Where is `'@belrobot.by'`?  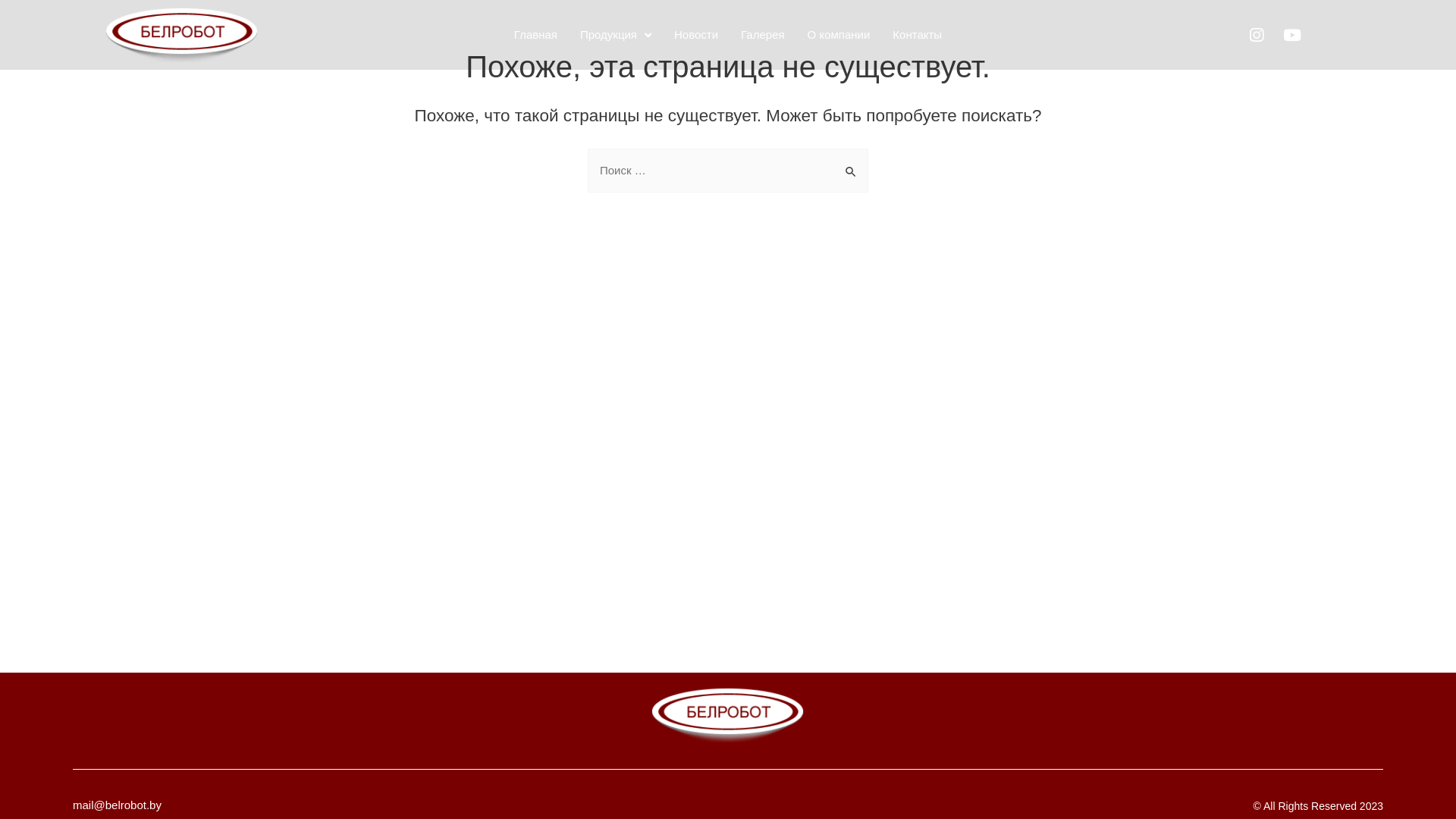
'@belrobot.by' is located at coordinates (127, 804).